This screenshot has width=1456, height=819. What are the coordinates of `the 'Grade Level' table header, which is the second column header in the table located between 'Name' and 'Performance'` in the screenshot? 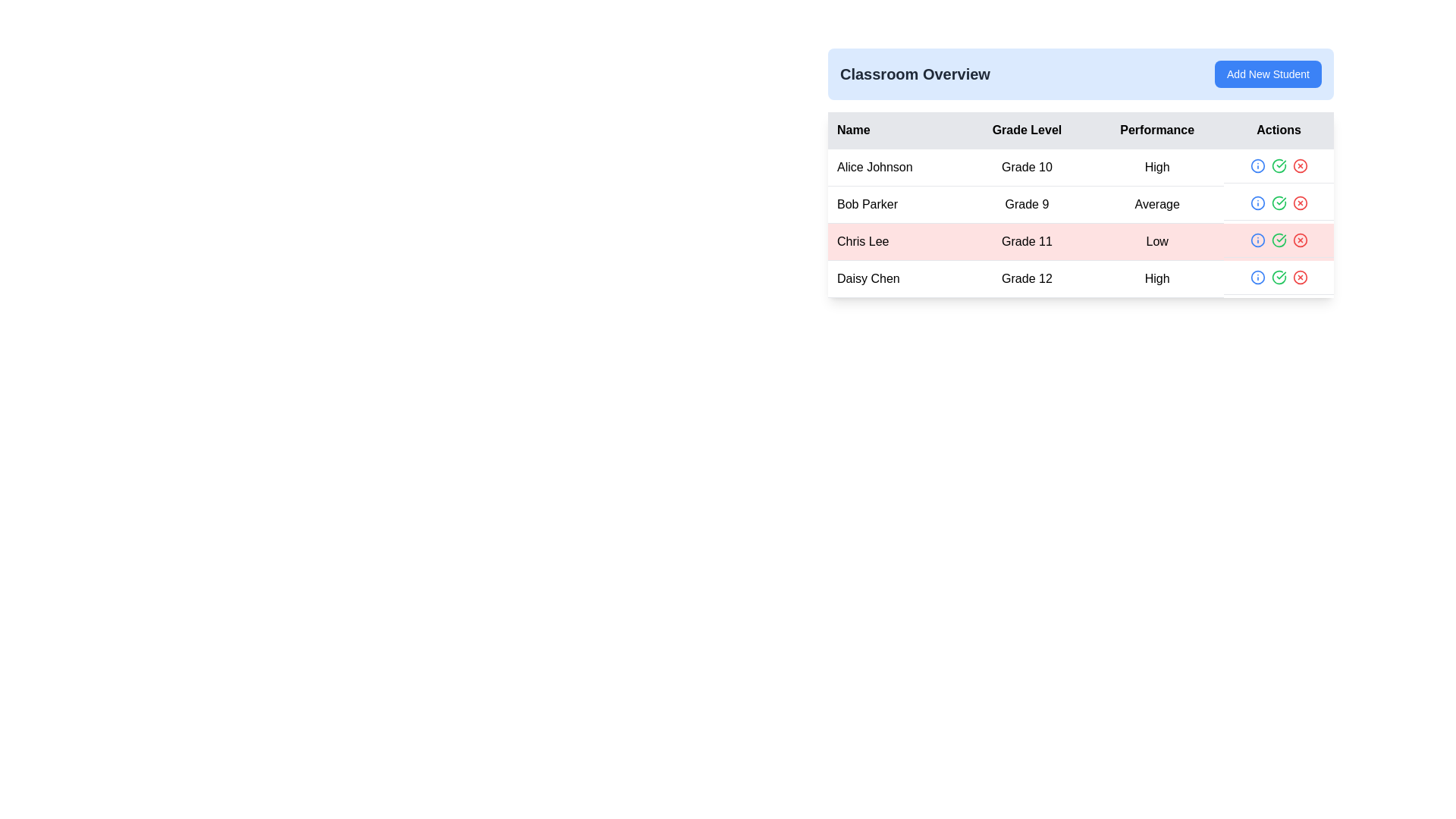 It's located at (1027, 130).